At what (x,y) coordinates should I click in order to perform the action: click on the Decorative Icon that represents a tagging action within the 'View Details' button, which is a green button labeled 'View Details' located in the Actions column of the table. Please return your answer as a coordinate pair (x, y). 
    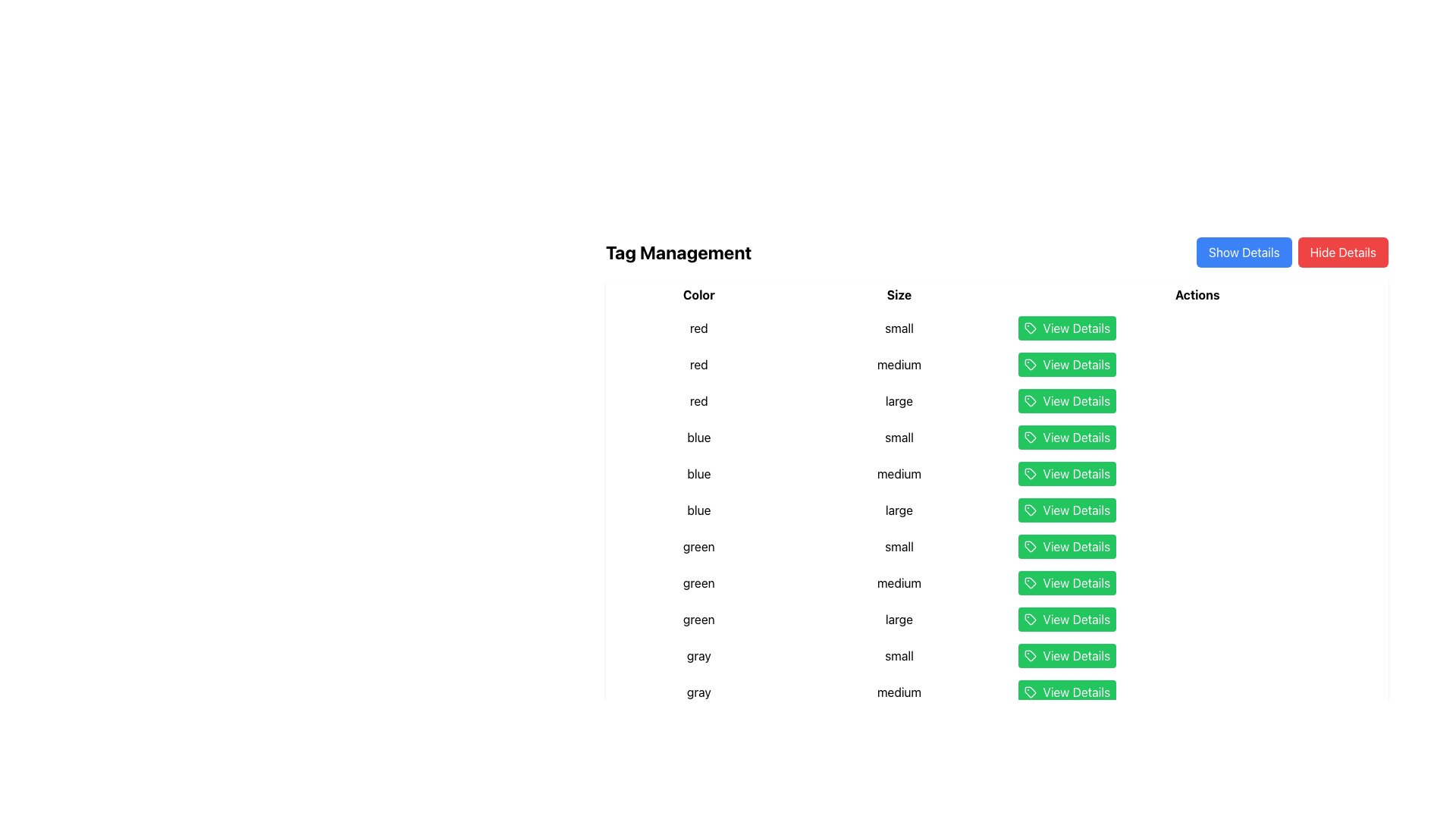
    Looking at the image, I should click on (1031, 472).